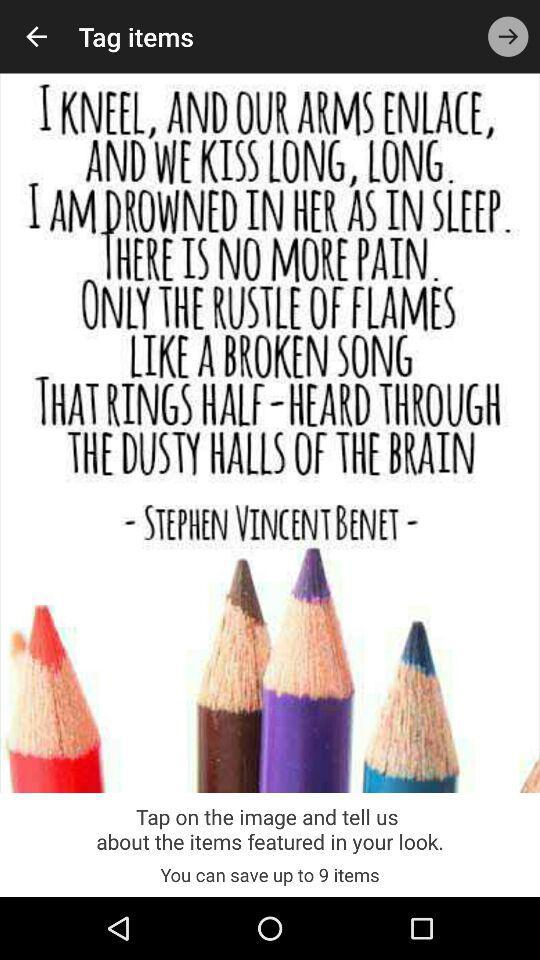 Image resolution: width=540 pixels, height=960 pixels. Describe the element at coordinates (508, 35) in the screenshot. I see `item to the right of tag items icon` at that location.